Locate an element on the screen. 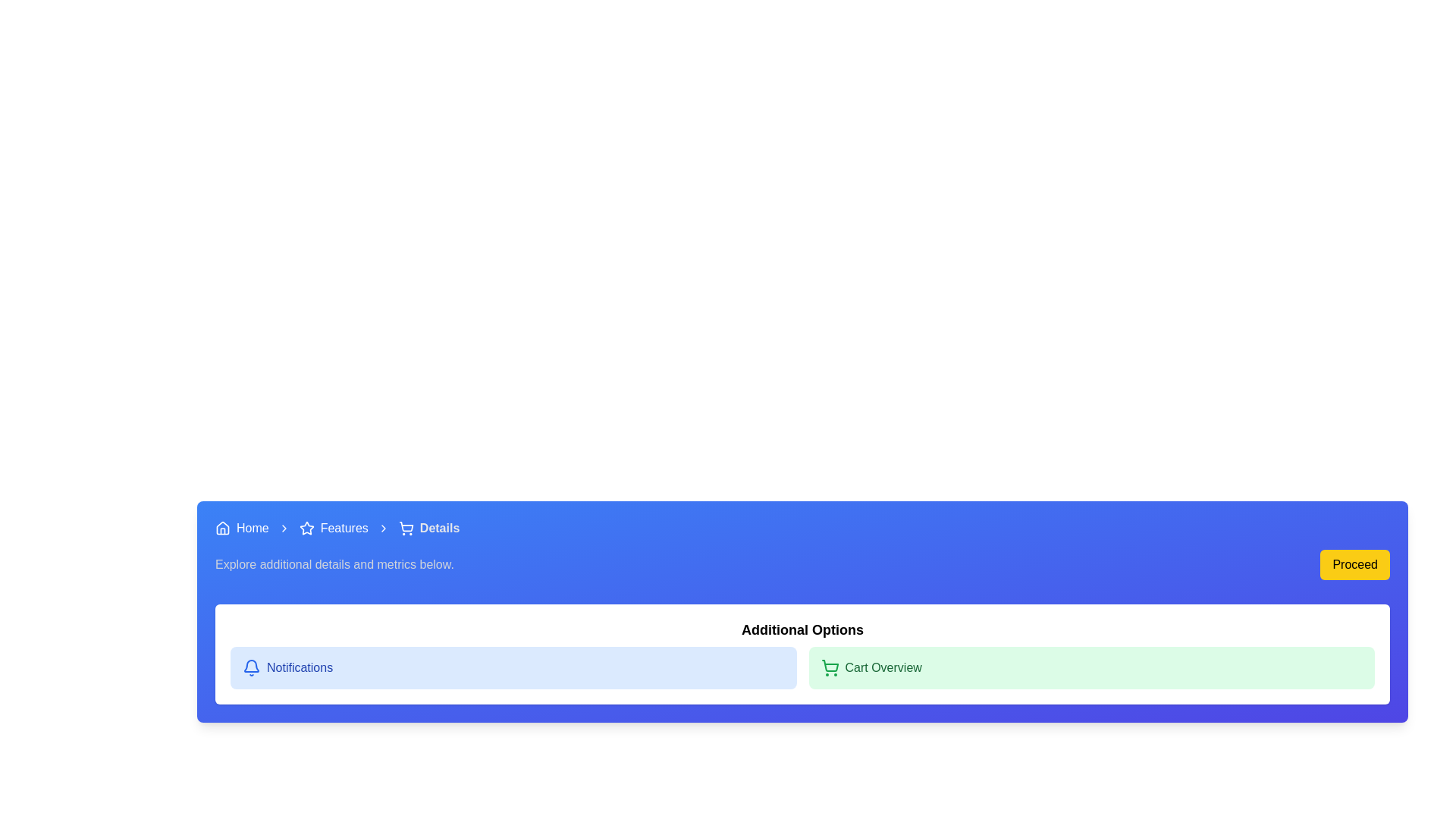 The image size is (1456, 819). the 'Features' hyperlink text, which is part of the breadcrumb navigation and is displayed in bold white font against a blue background is located at coordinates (344, 528).